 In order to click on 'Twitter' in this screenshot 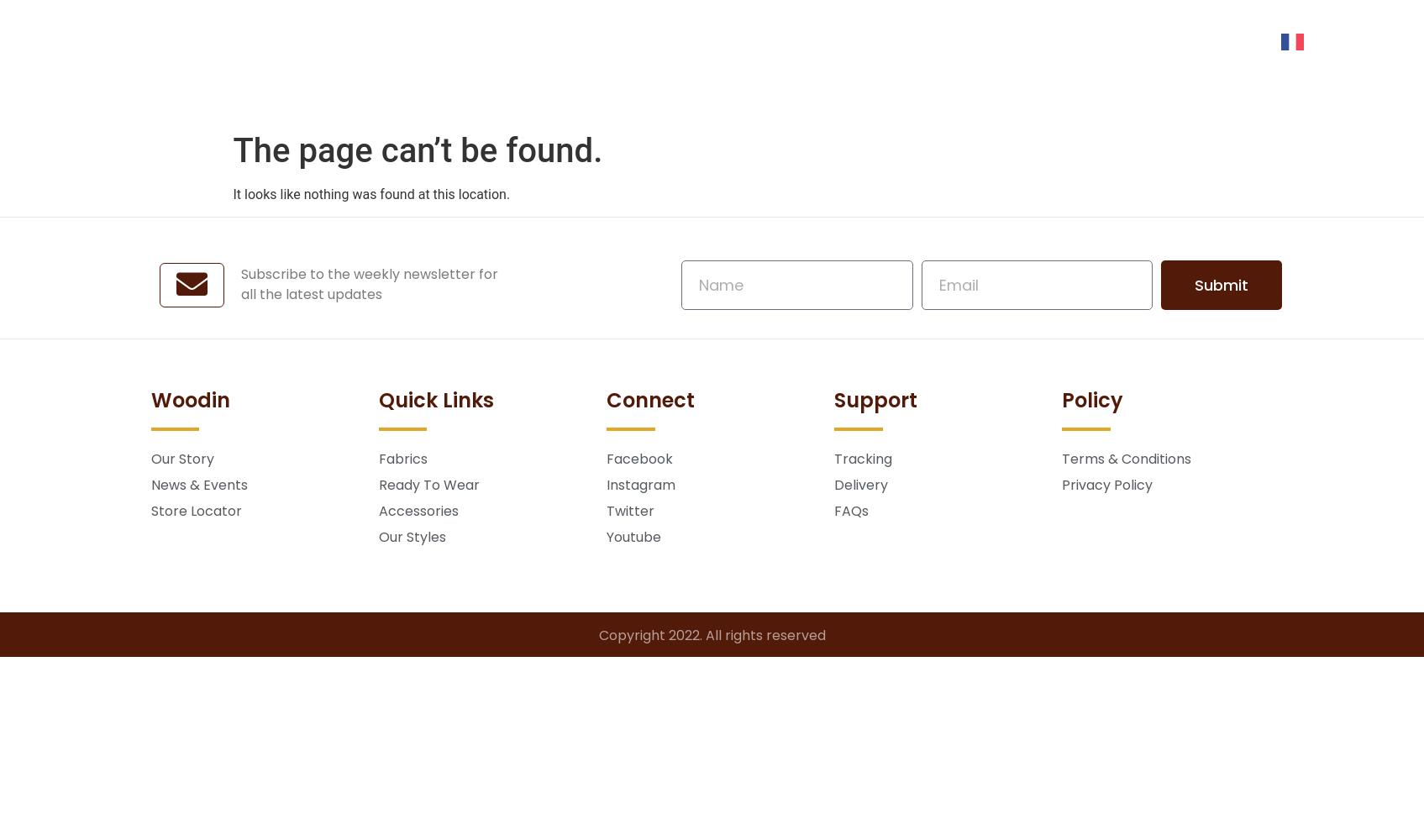, I will do `click(605, 509)`.